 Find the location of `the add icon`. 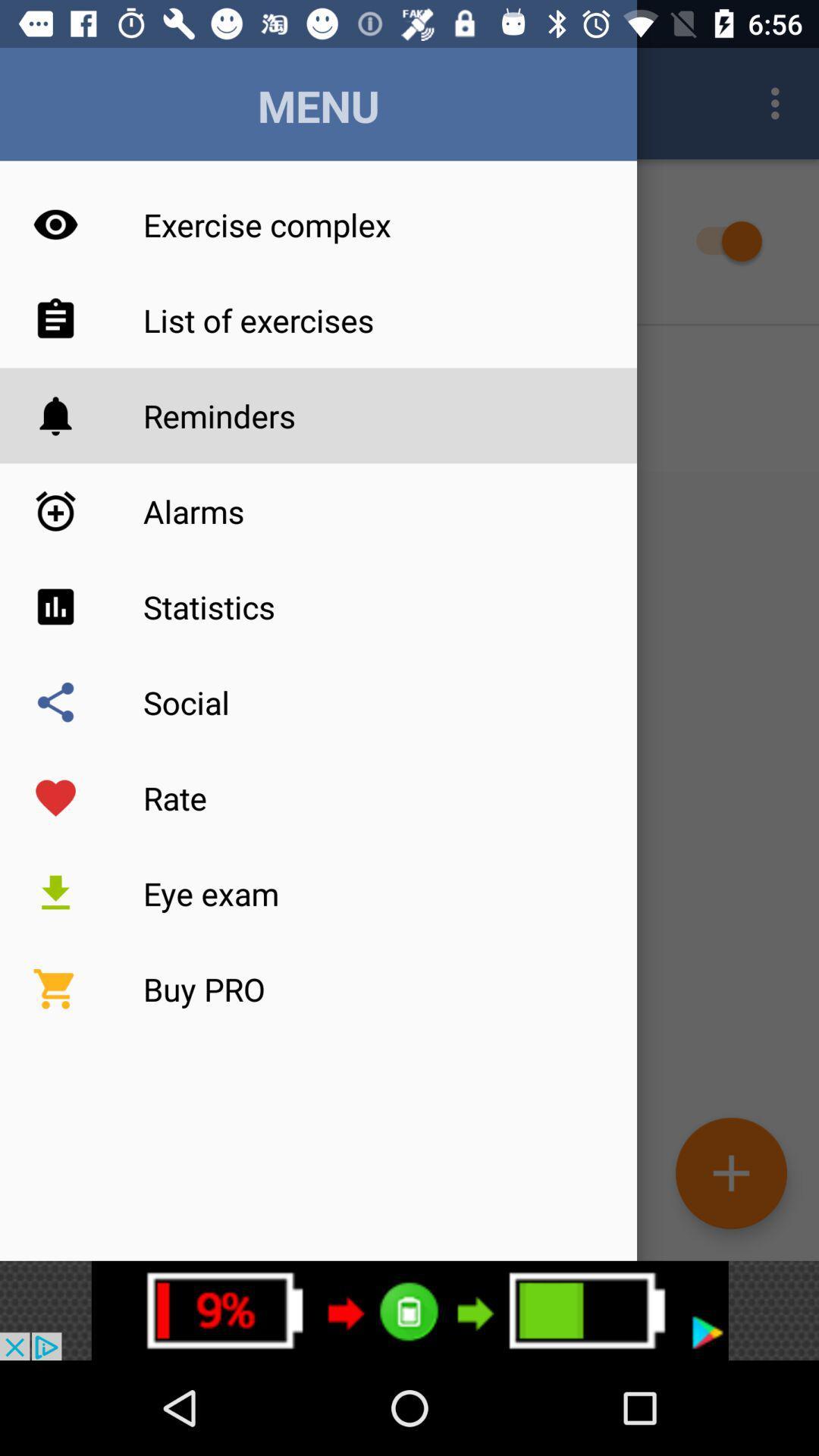

the add icon is located at coordinates (730, 1172).